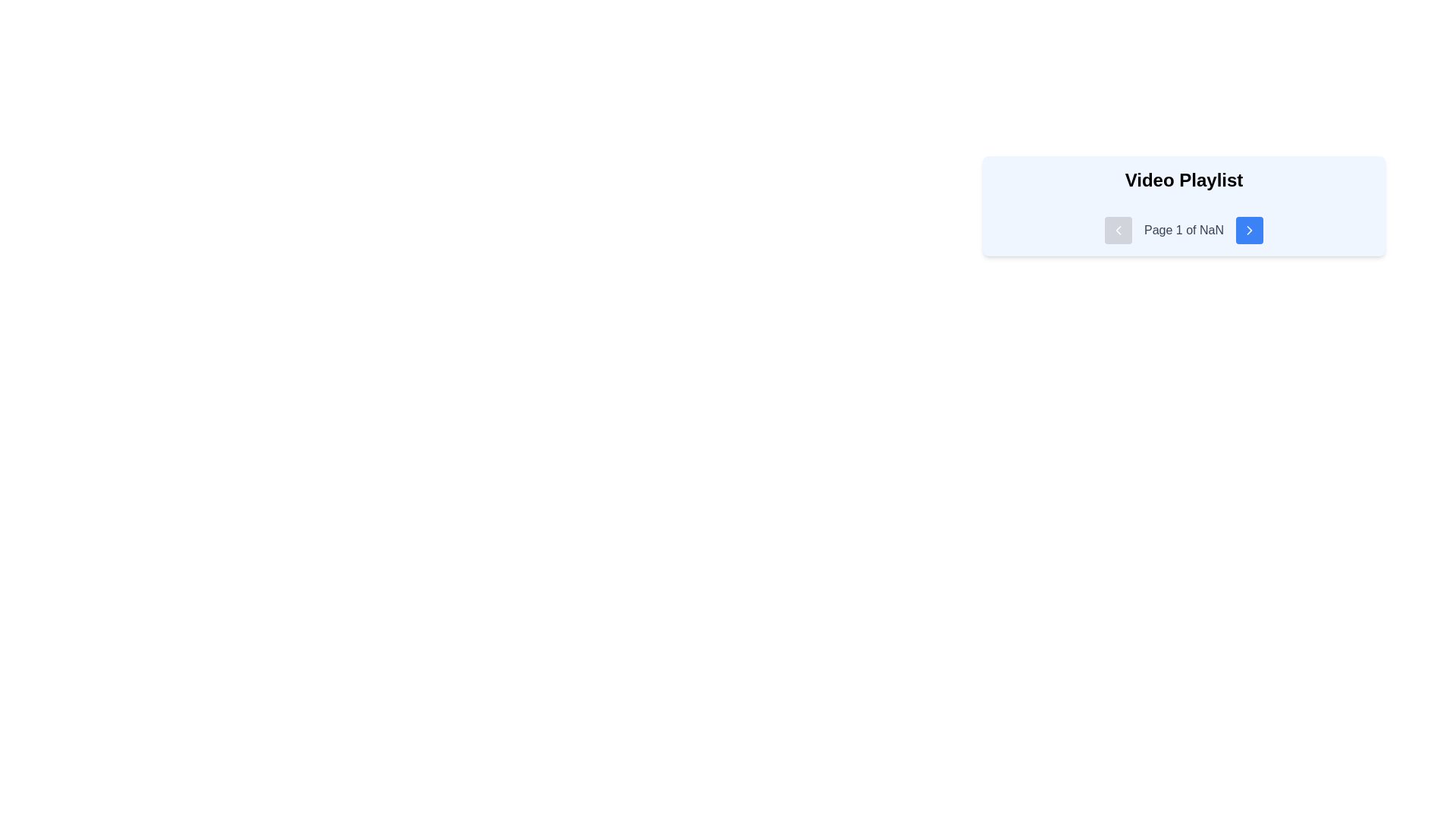  I want to click on the Chevron icon or navigation arrow located at the far right of the control section labeled 'Page 1 of NaN' under 'Video Playlist', so click(1249, 231).